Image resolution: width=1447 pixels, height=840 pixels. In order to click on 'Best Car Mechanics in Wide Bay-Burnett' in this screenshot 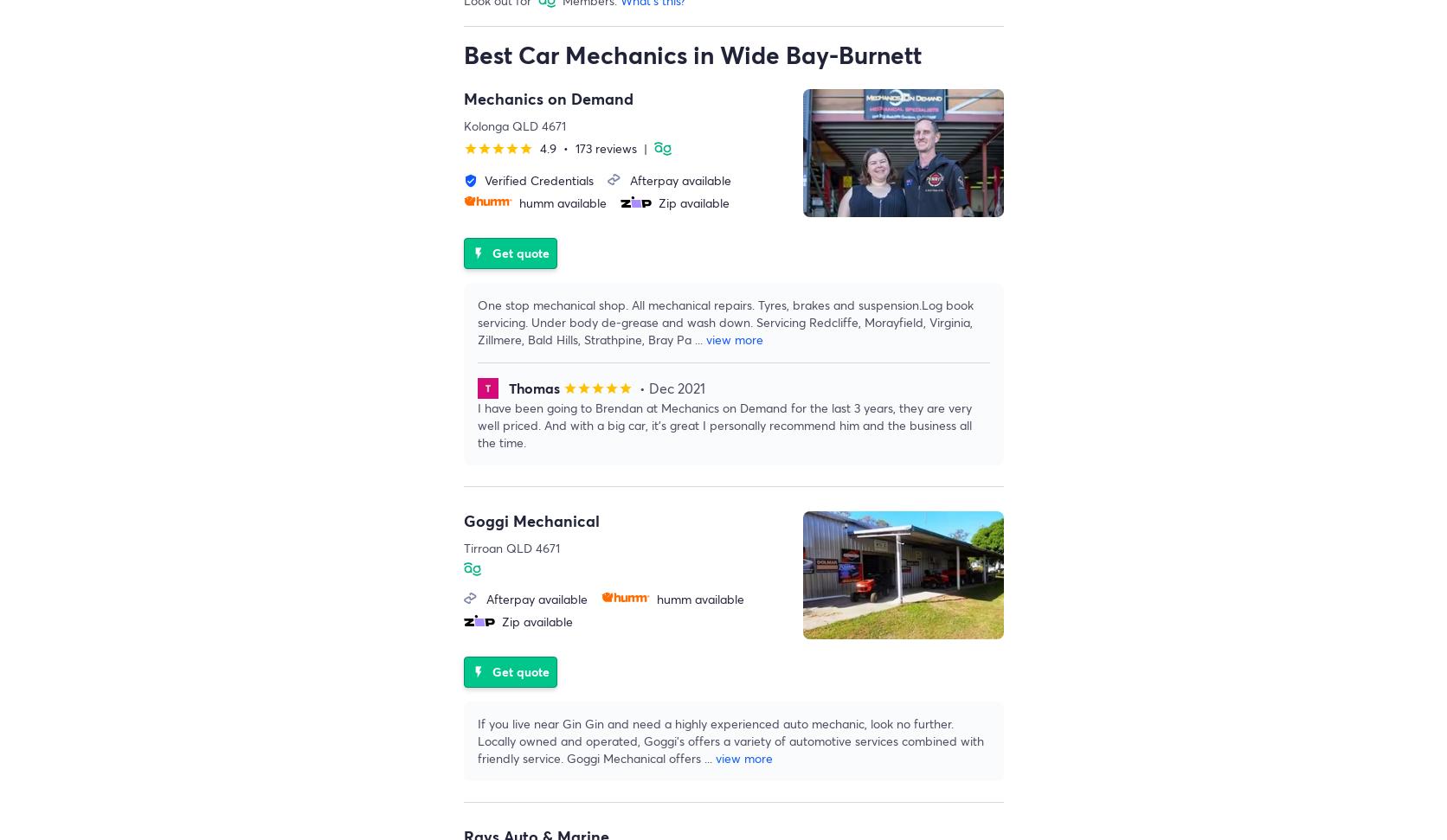, I will do `click(691, 54)`.